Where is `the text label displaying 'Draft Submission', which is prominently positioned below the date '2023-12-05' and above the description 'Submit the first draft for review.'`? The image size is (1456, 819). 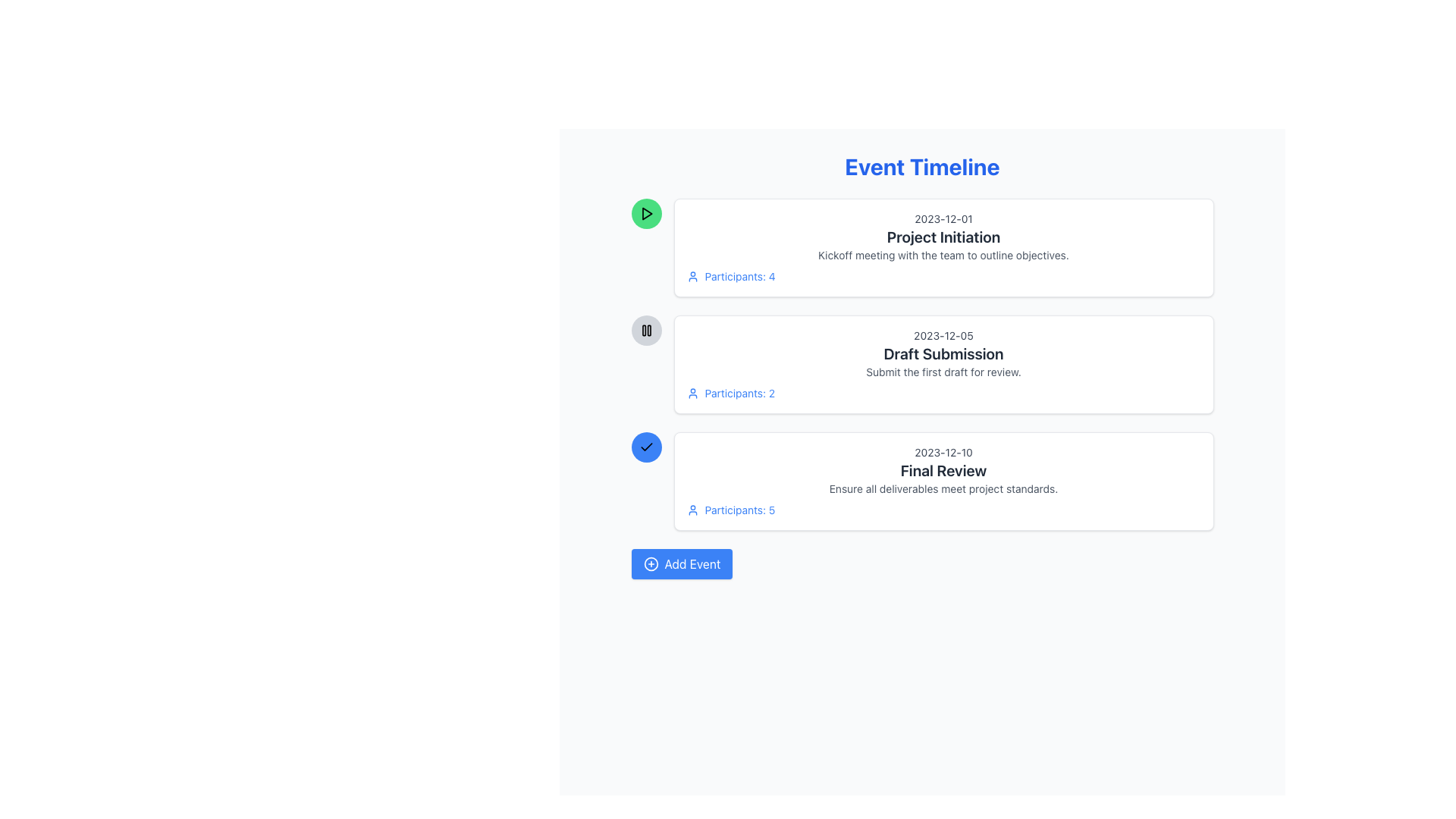
the text label displaying 'Draft Submission', which is prominently positioned below the date '2023-12-05' and above the description 'Submit the first draft for review.' is located at coordinates (943, 353).